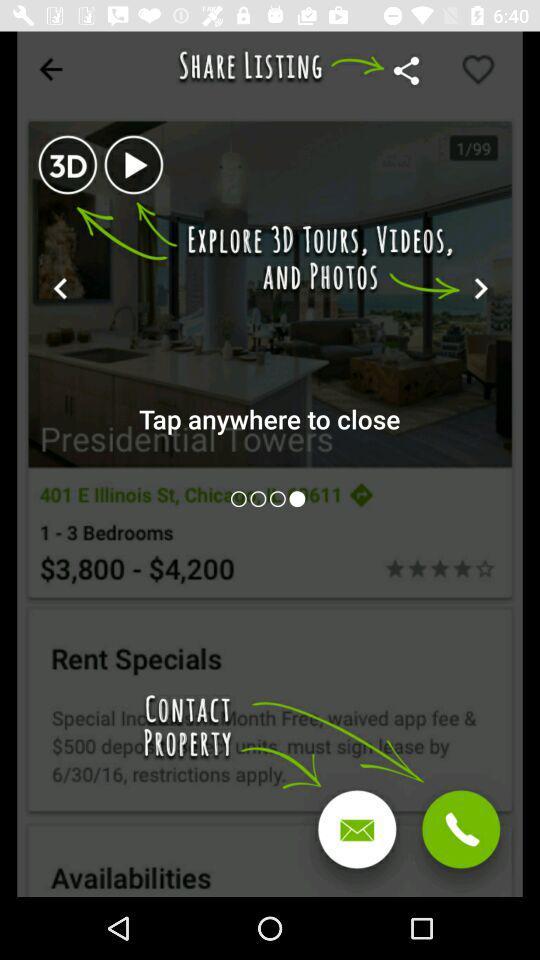 Image resolution: width=540 pixels, height=960 pixels. I want to click on previous image, so click(278, 498).